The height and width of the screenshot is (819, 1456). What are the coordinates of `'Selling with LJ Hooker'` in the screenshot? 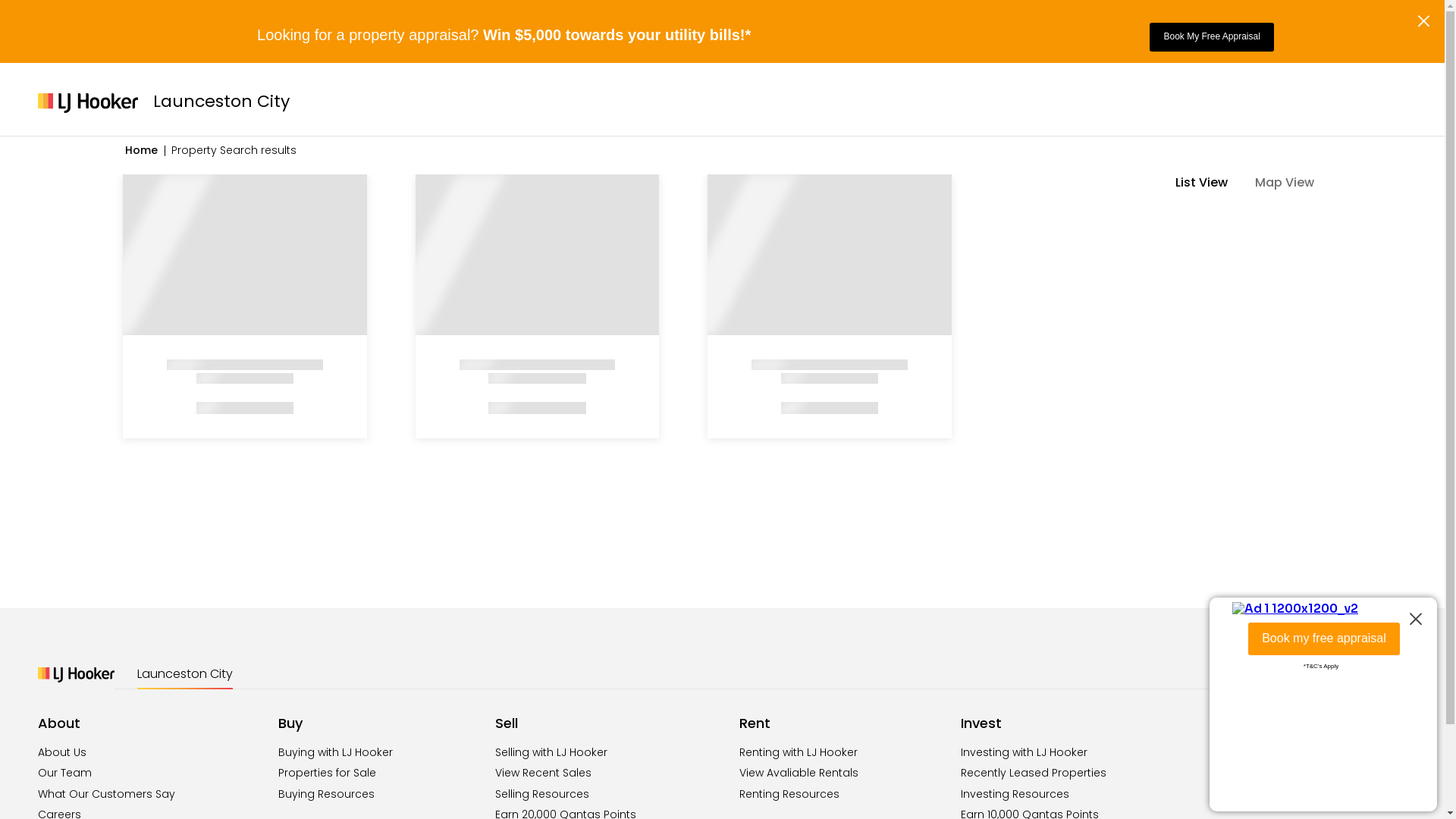 It's located at (494, 752).